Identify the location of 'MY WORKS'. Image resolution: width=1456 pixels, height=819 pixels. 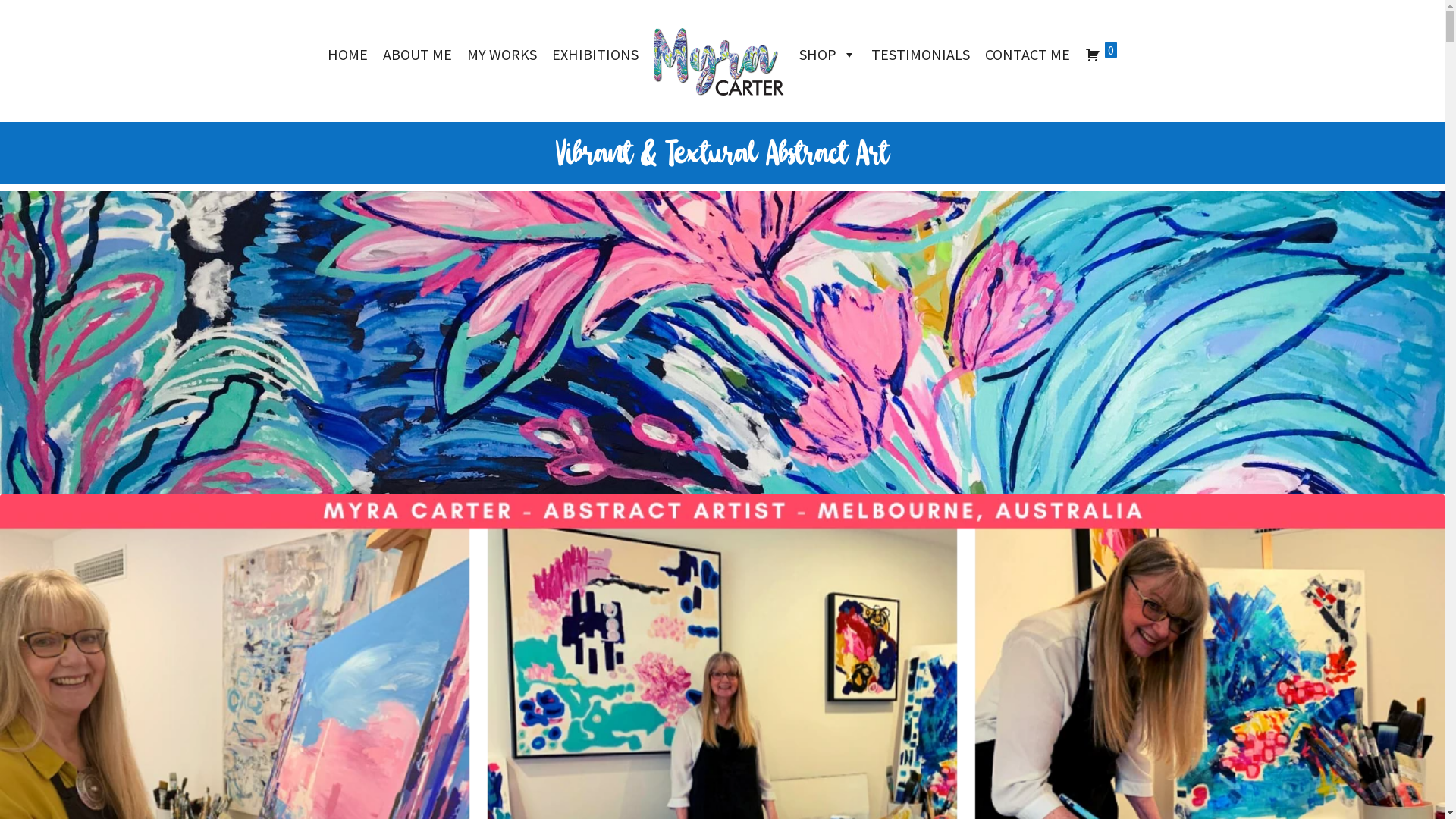
(502, 54).